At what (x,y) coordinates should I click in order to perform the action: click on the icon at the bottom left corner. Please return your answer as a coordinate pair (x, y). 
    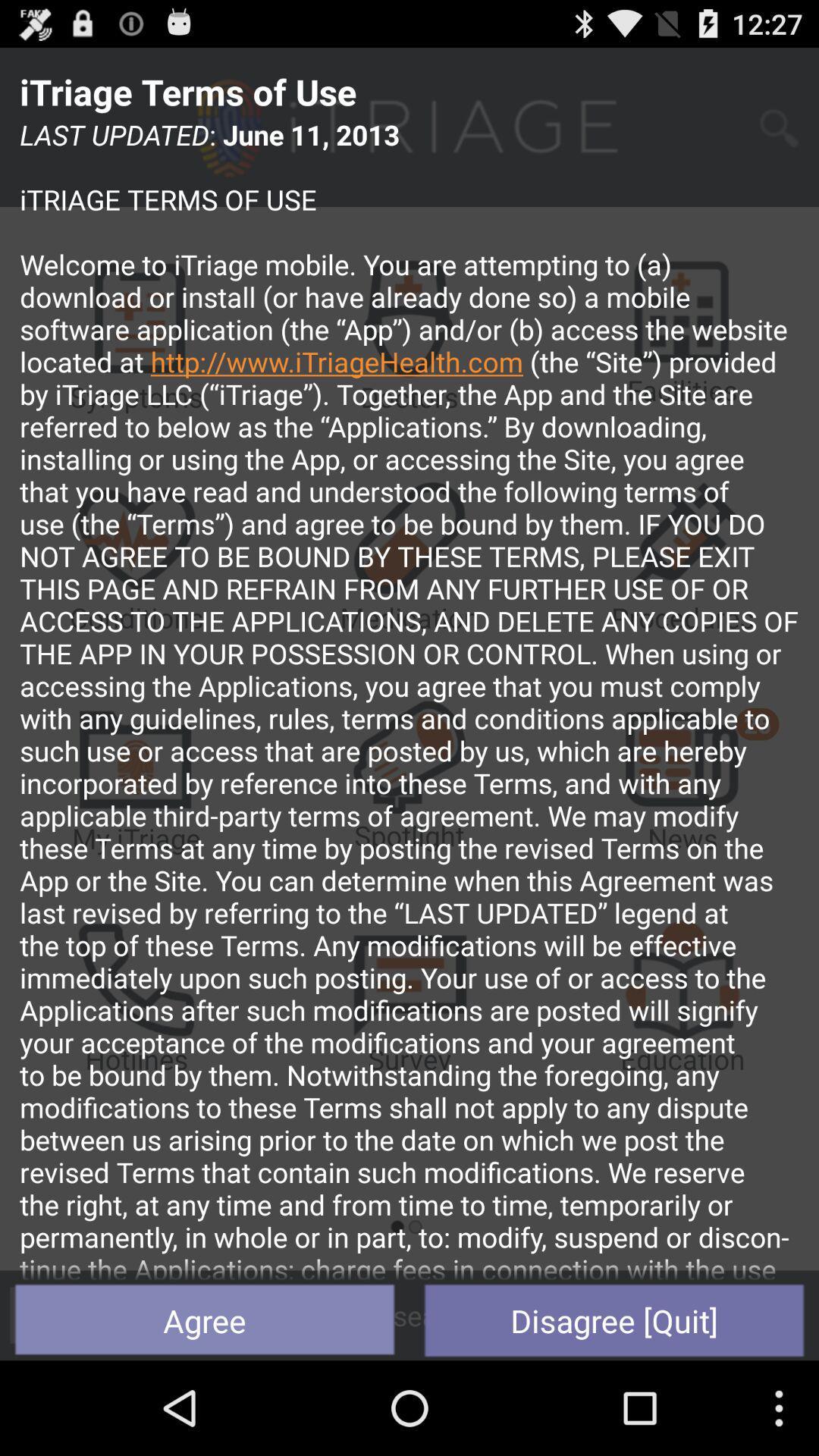
    Looking at the image, I should click on (205, 1319).